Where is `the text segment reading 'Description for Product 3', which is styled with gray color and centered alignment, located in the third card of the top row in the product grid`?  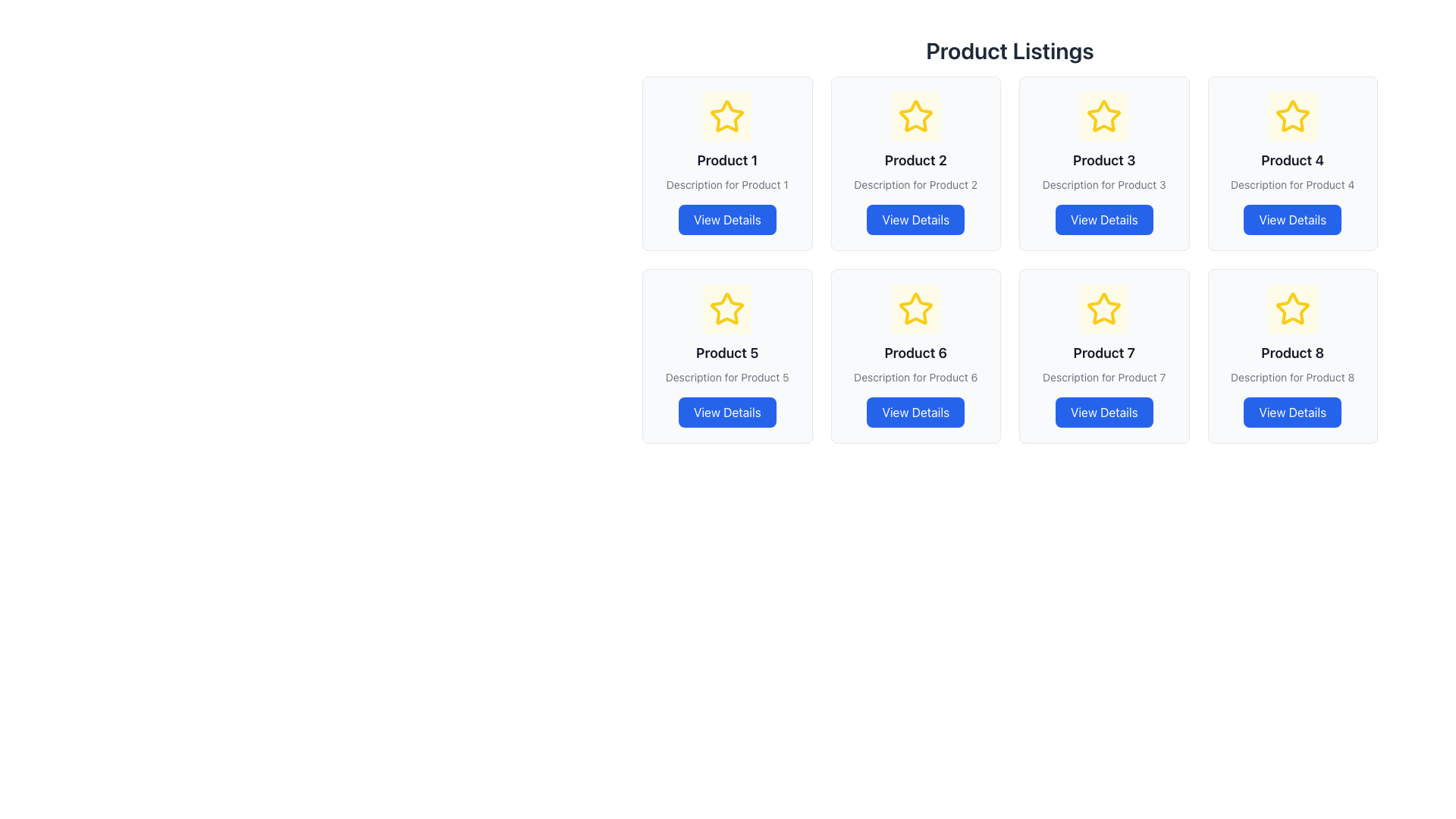 the text segment reading 'Description for Product 3', which is styled with gray color and centered alignment, located in the third card of the top row in the product grid is located at coordinates (1104, 184).